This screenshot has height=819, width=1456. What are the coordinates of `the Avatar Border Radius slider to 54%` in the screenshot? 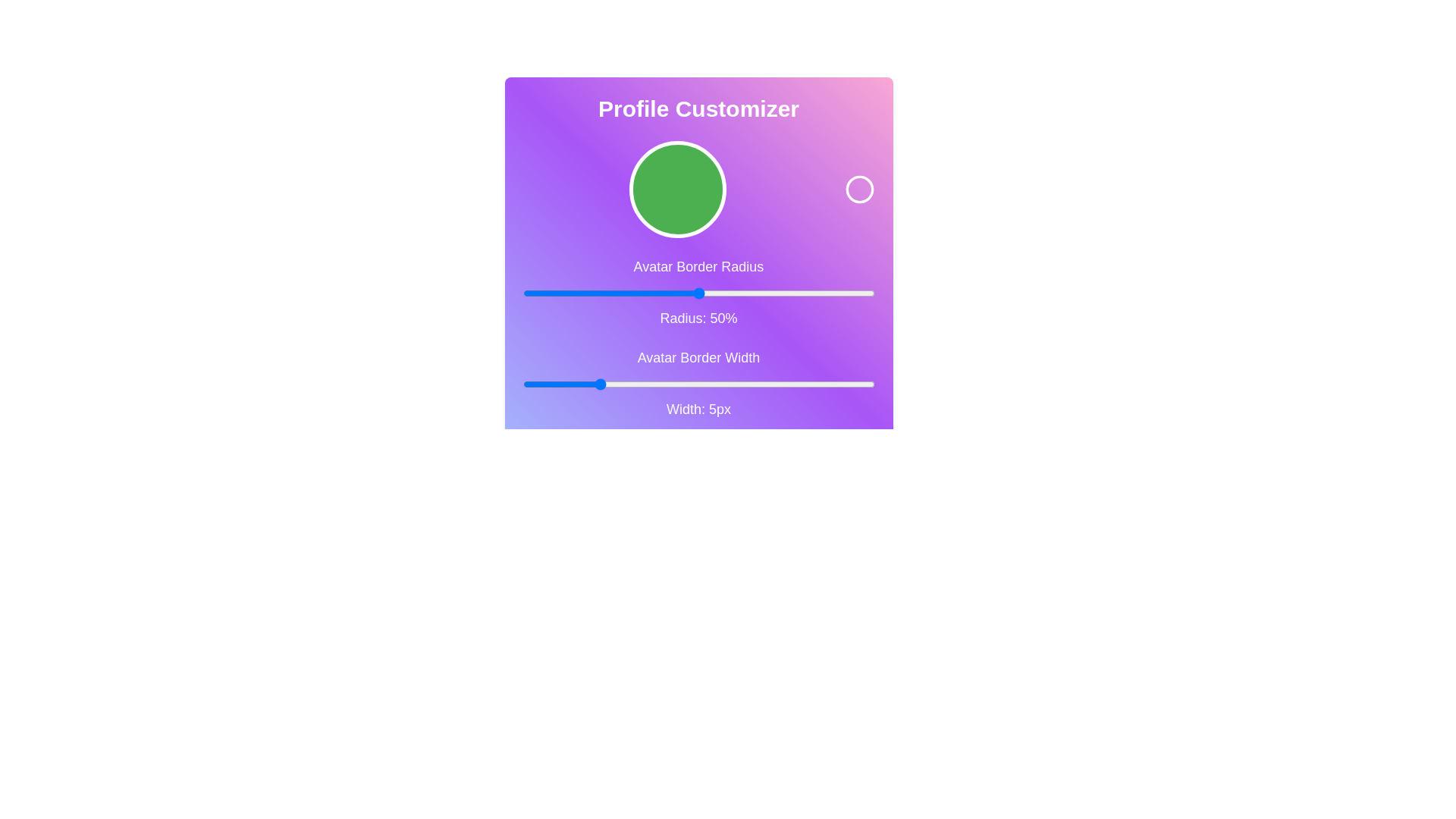 It's located at (712, 293).